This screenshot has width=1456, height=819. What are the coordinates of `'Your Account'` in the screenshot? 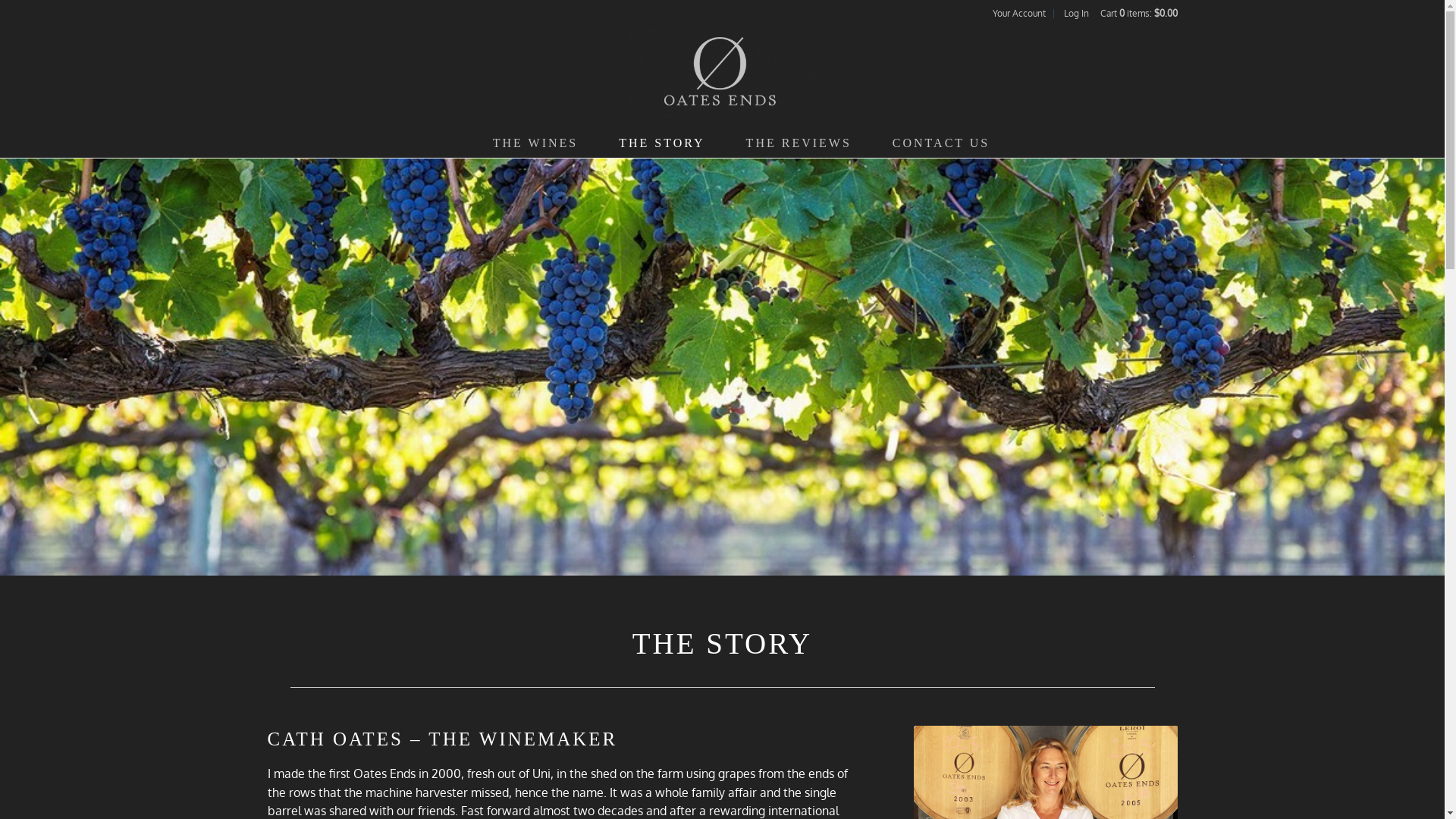 It's located at (1018, 13).